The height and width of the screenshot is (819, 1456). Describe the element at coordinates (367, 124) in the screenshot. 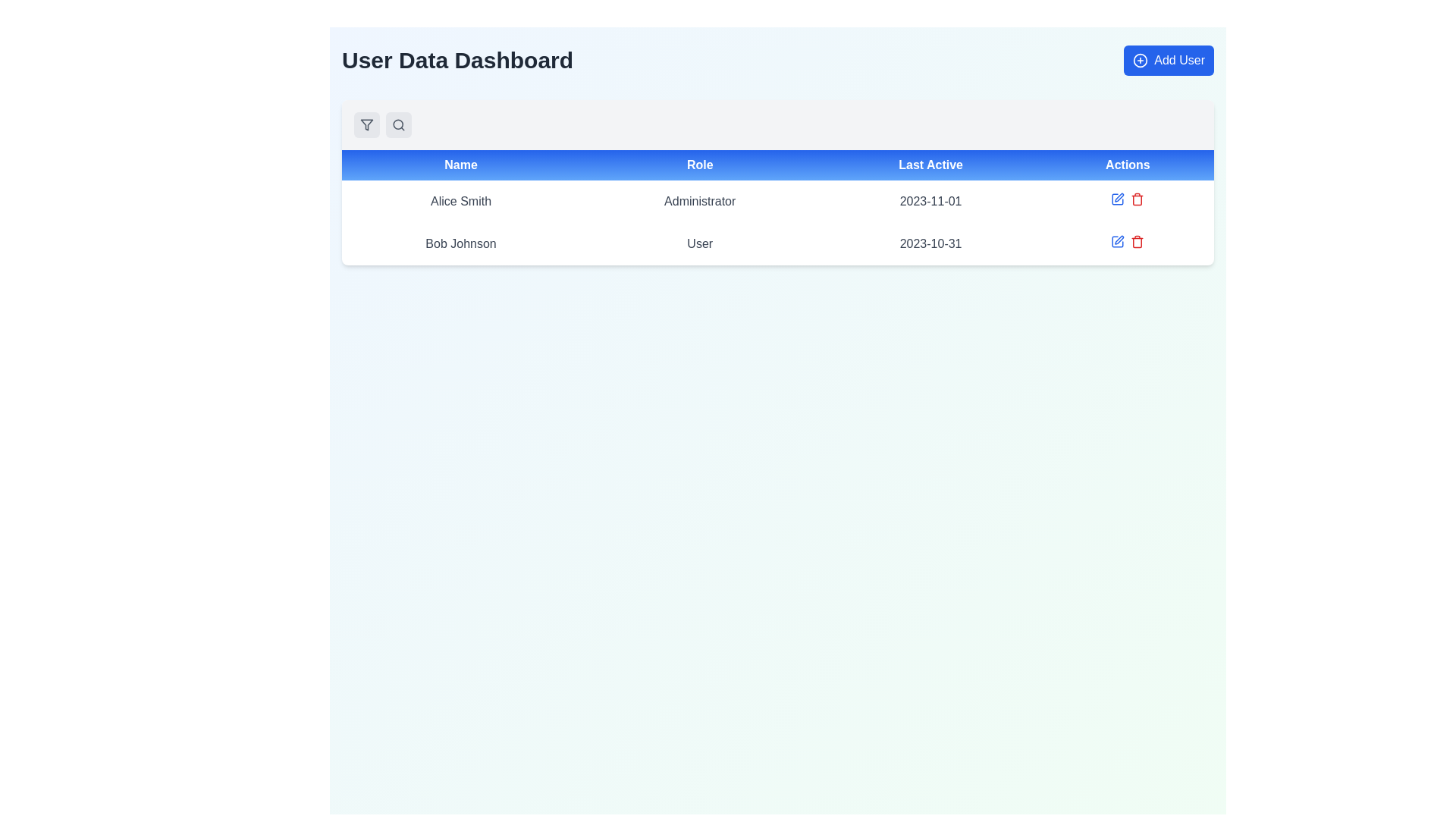

I see `the filtering SVG icon located in the menu bar area` at that location.